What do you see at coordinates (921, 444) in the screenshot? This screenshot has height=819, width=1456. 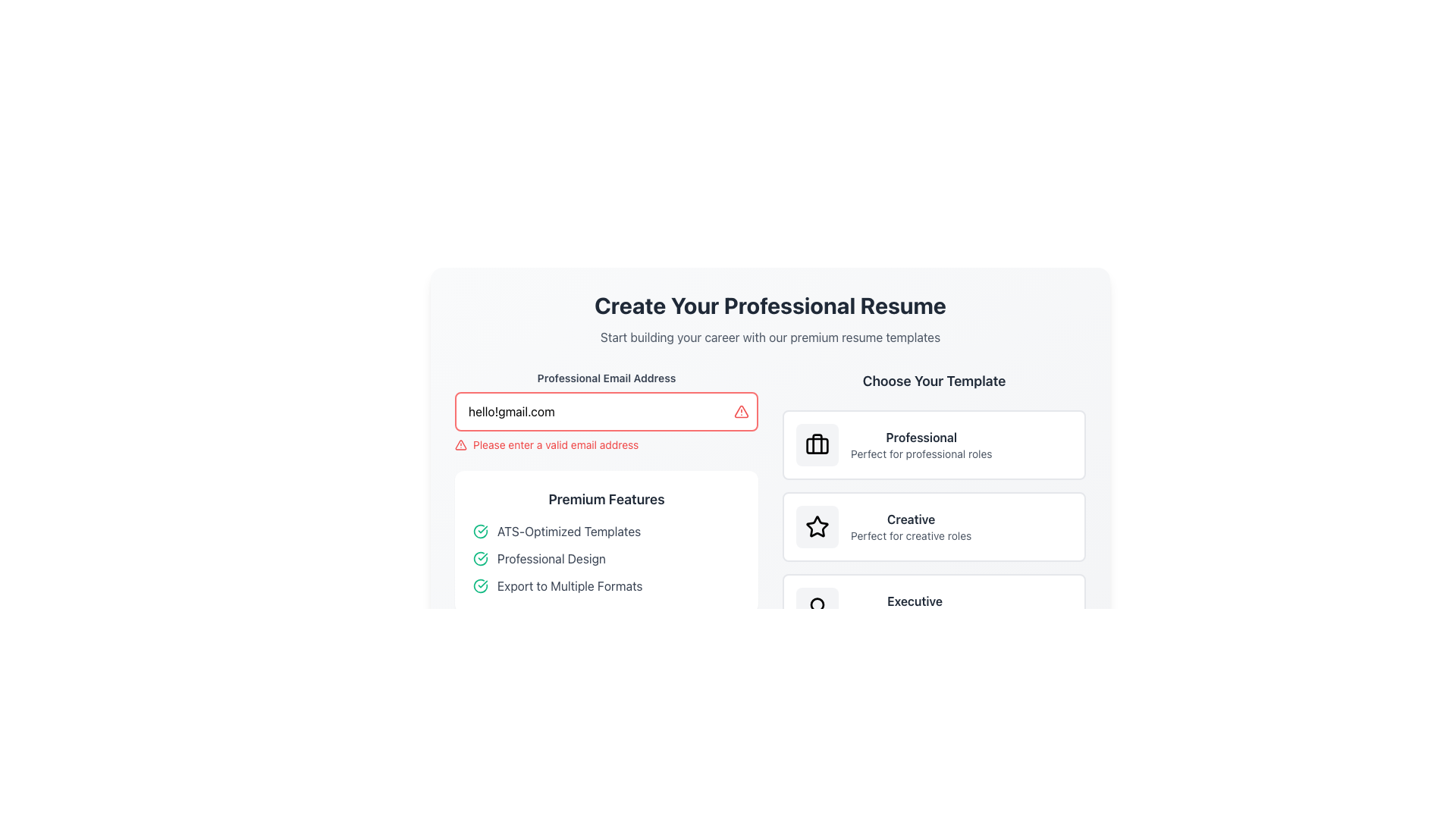 I see `the 'Professional' TextBlock which includes the title 'Professional' and the subtitle 'Perfect for professional roles'` at bounding box center [921, 444].